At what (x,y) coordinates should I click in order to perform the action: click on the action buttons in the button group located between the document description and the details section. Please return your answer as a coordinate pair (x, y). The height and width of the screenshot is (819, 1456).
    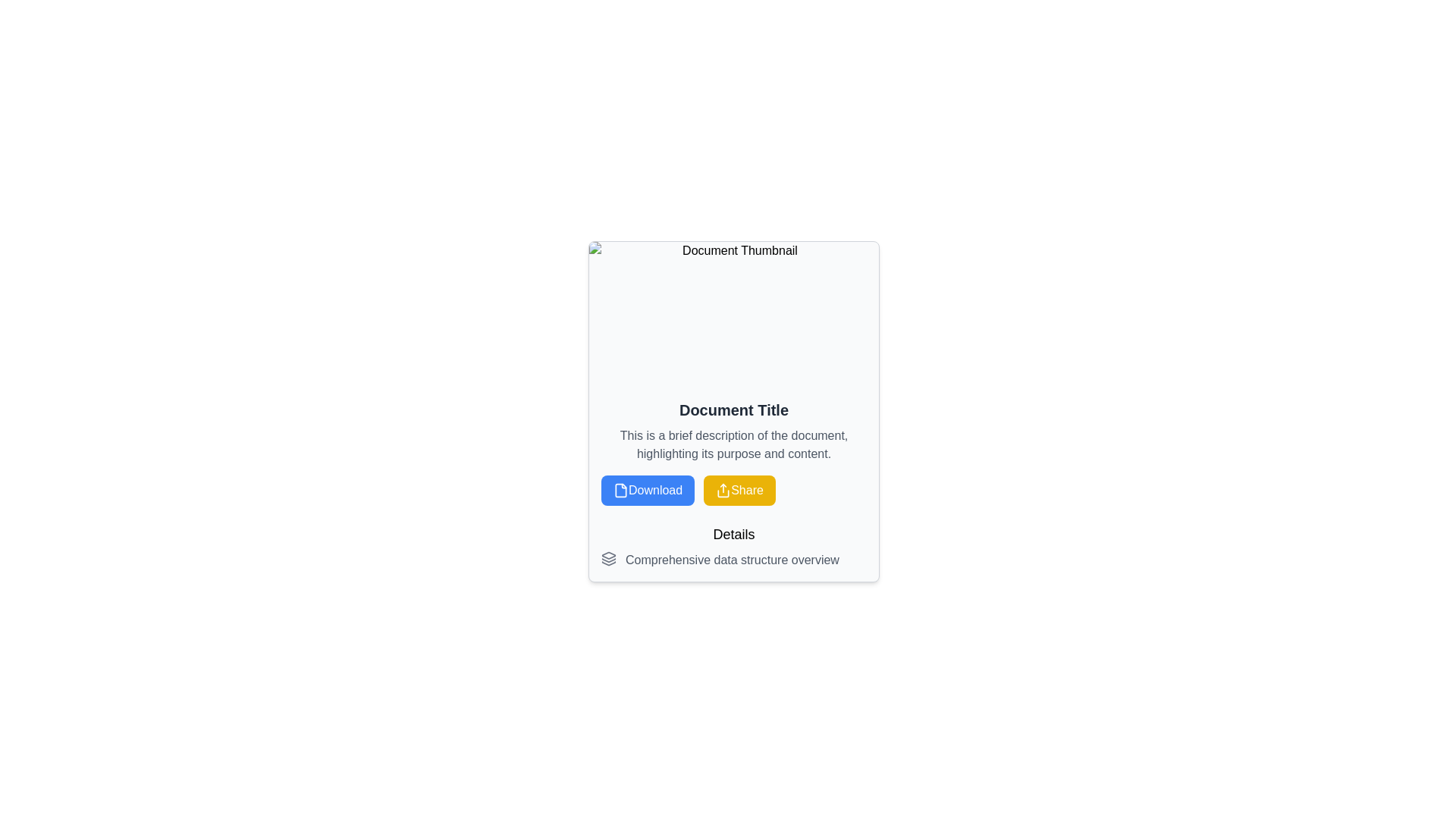
    Looking at the image, I should click on (734, 491).